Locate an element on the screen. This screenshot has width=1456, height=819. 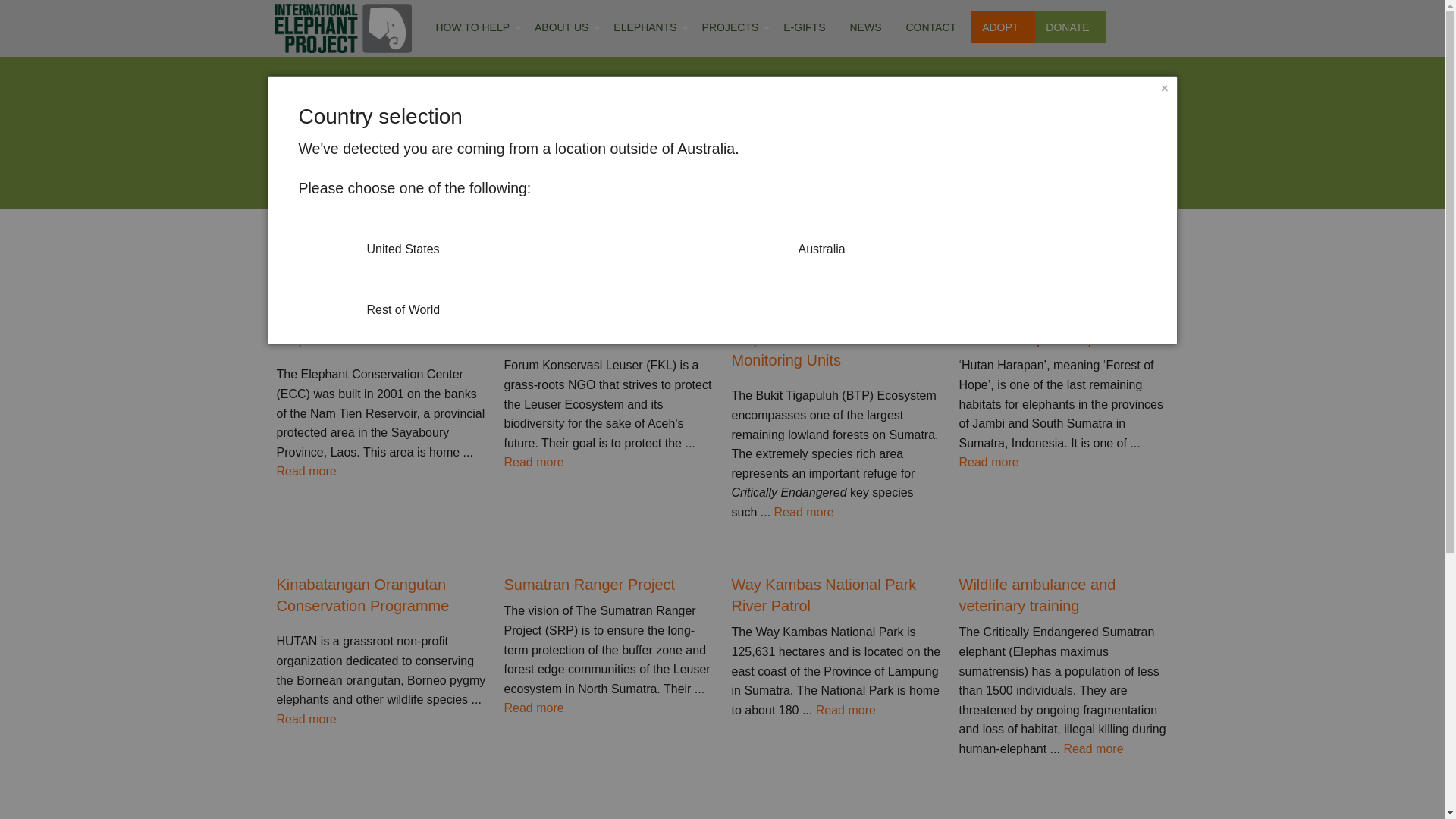
'THREATS FACING ASIAN ELEPHANTS' is located at coordinates (644, 111).